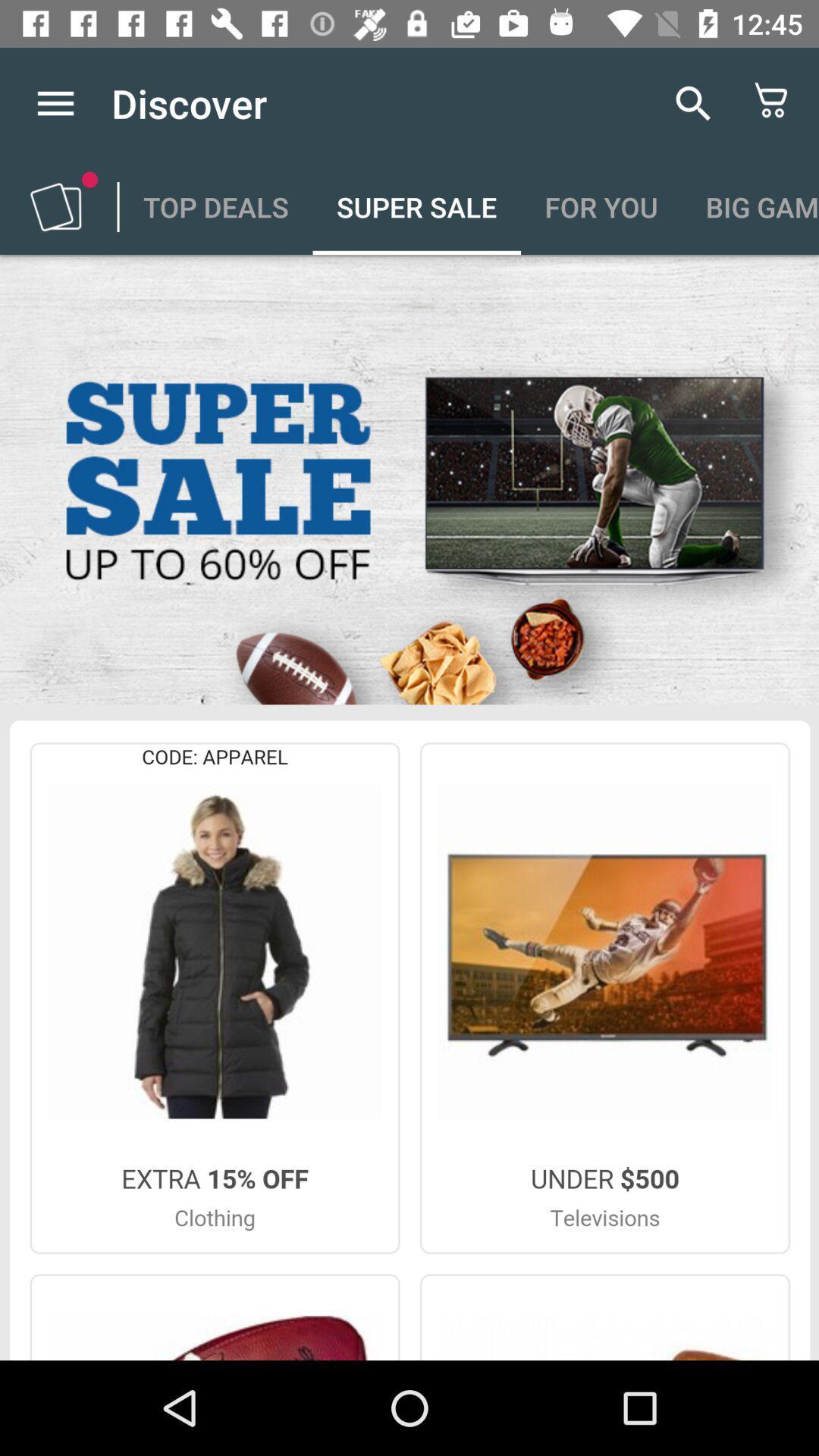  I want to click on the icon beside top deals, so click(55, 206).